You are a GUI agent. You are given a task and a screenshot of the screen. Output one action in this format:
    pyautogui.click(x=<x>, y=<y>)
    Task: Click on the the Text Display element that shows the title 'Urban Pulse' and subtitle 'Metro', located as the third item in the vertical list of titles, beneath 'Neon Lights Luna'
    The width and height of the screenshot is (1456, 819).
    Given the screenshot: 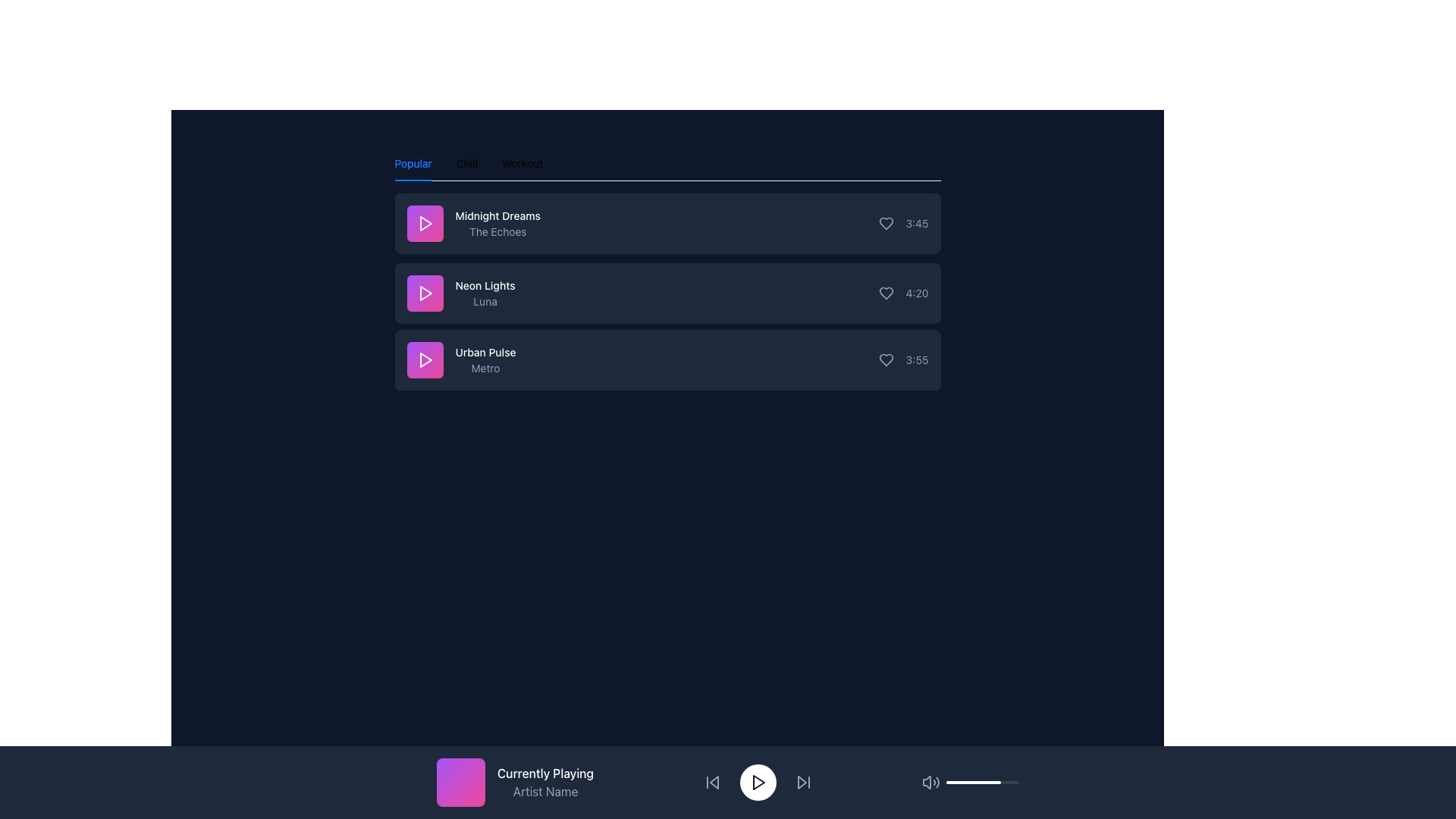 What is the action you would take?
    pyautogui.click(x=485, y=359)
    